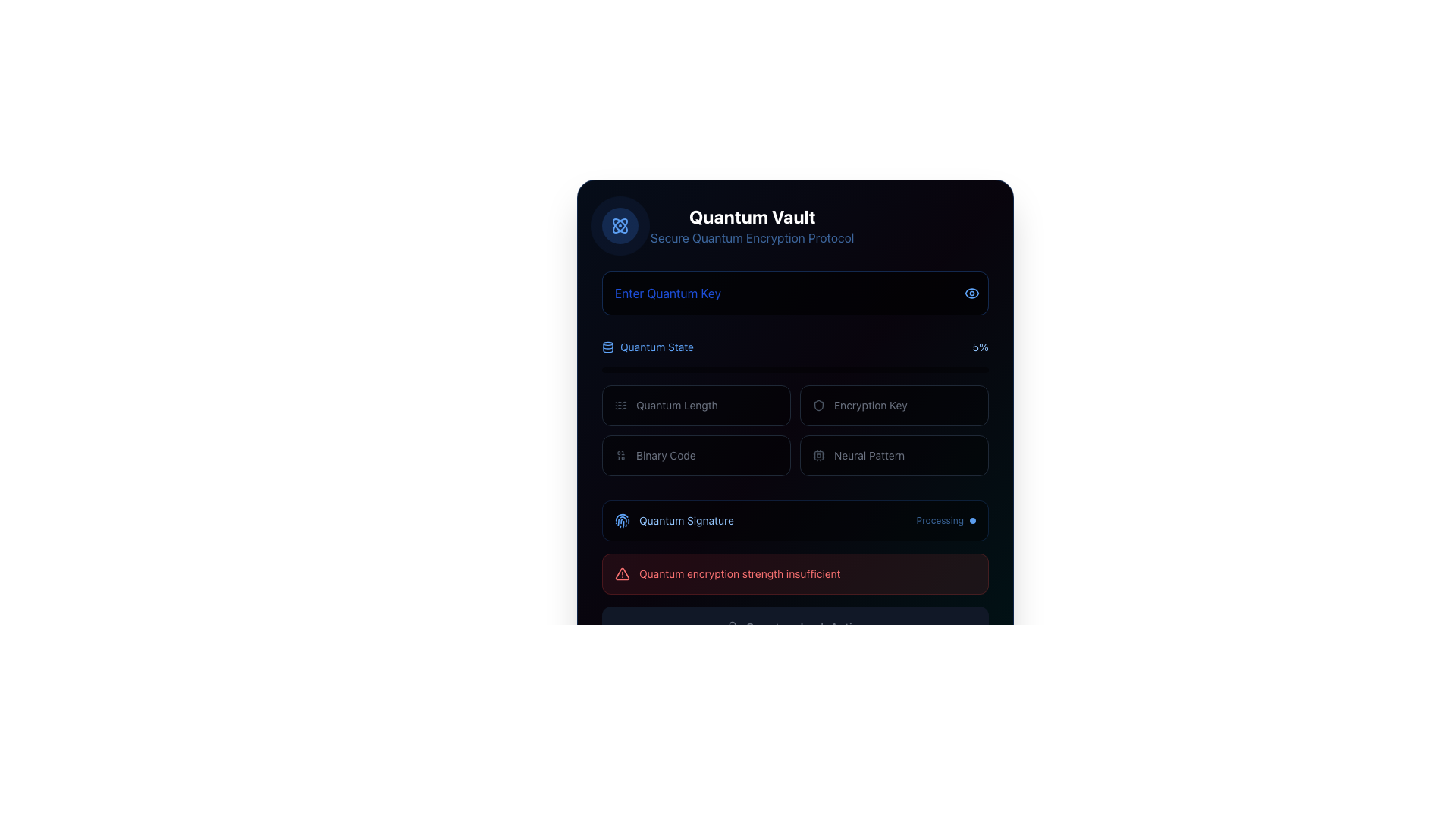  I want to click on the wave-like icon located within the button labeled 'Quantum Length' in the top-left quadrant of the button's interior, so click(621, 405).